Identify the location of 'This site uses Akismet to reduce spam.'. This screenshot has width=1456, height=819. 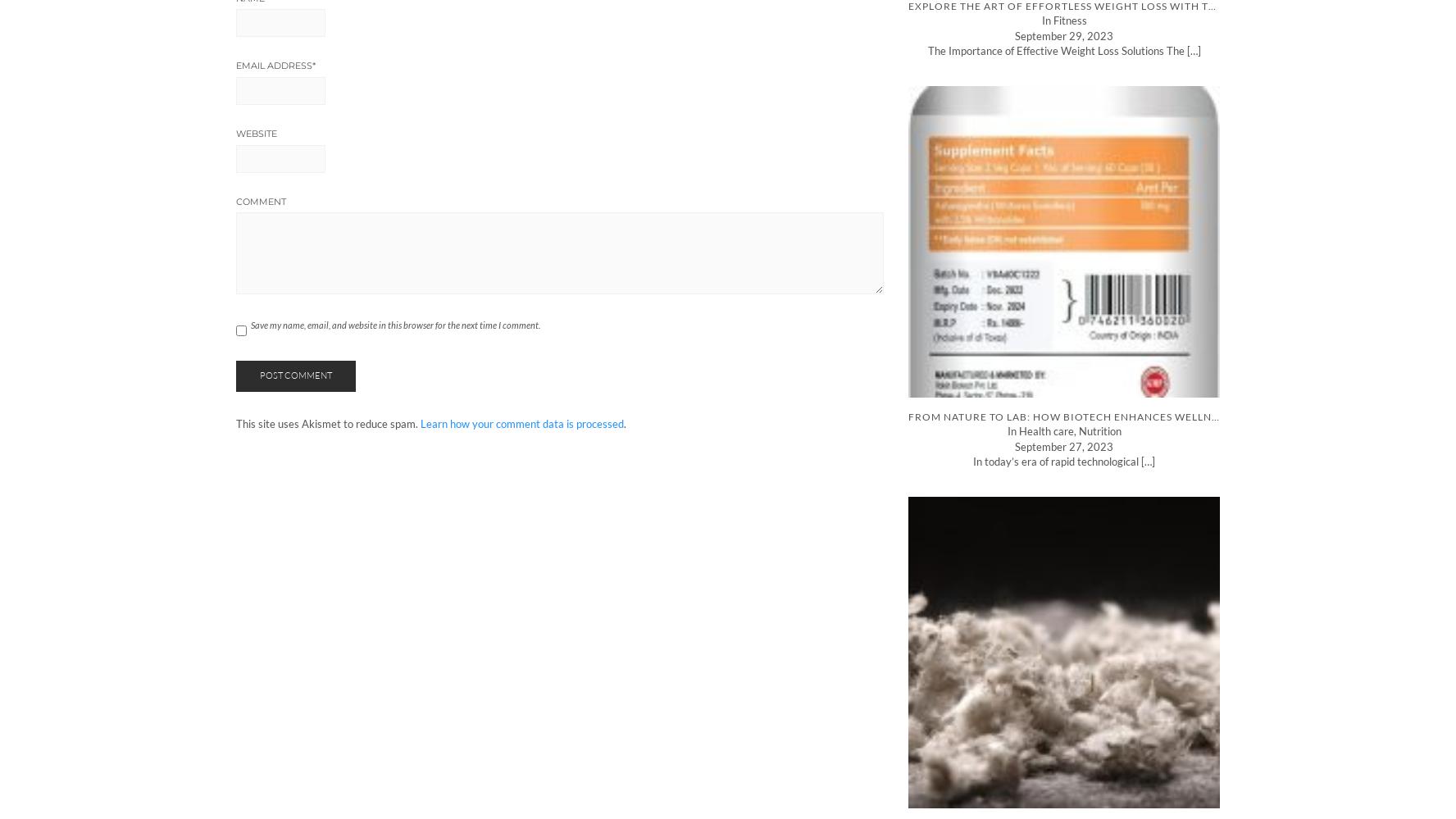
(236, 422).